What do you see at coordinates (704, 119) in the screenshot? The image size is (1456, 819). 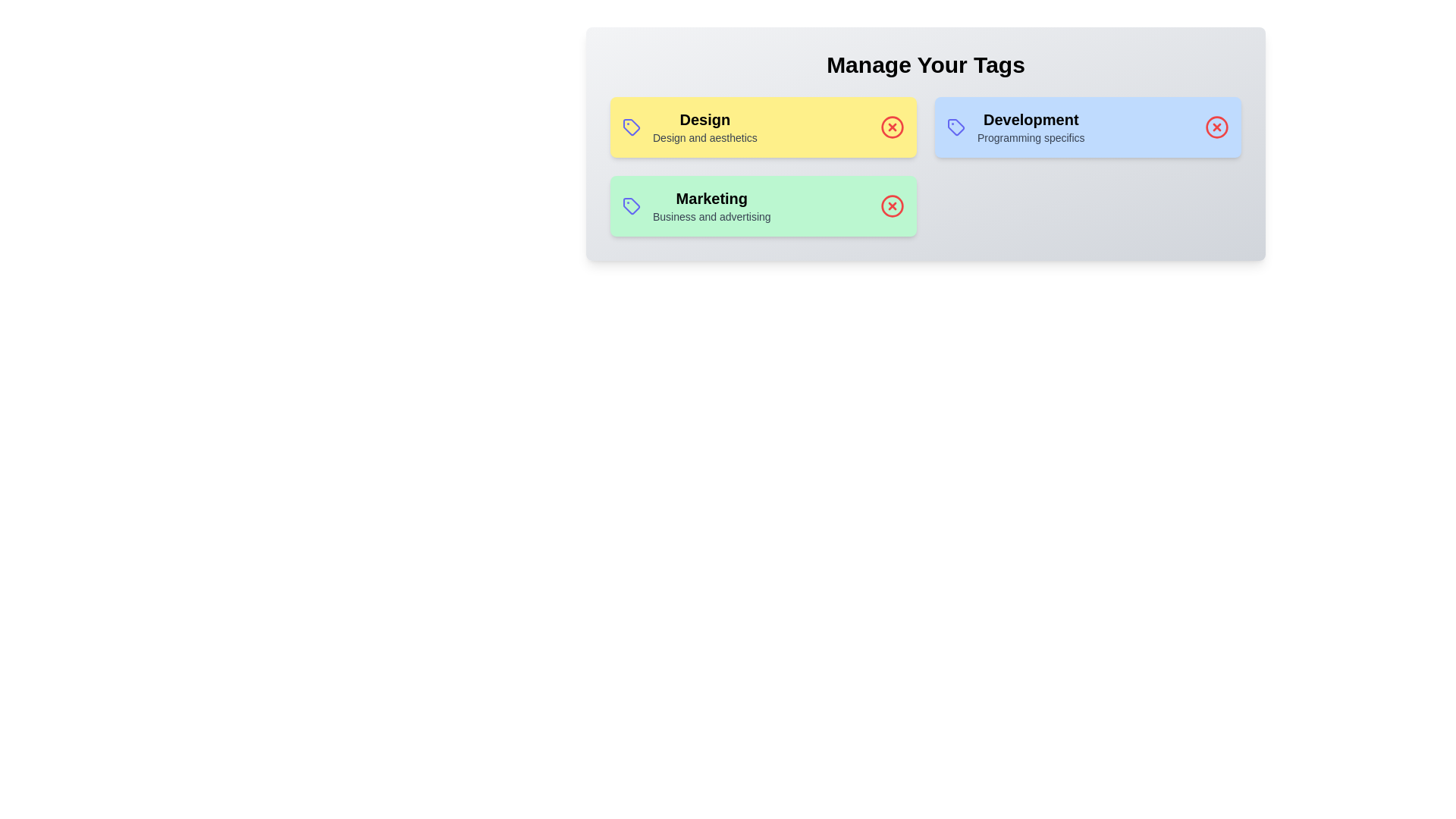 I see `the description of the tag labeled Design` at bounding box center [704, 119].